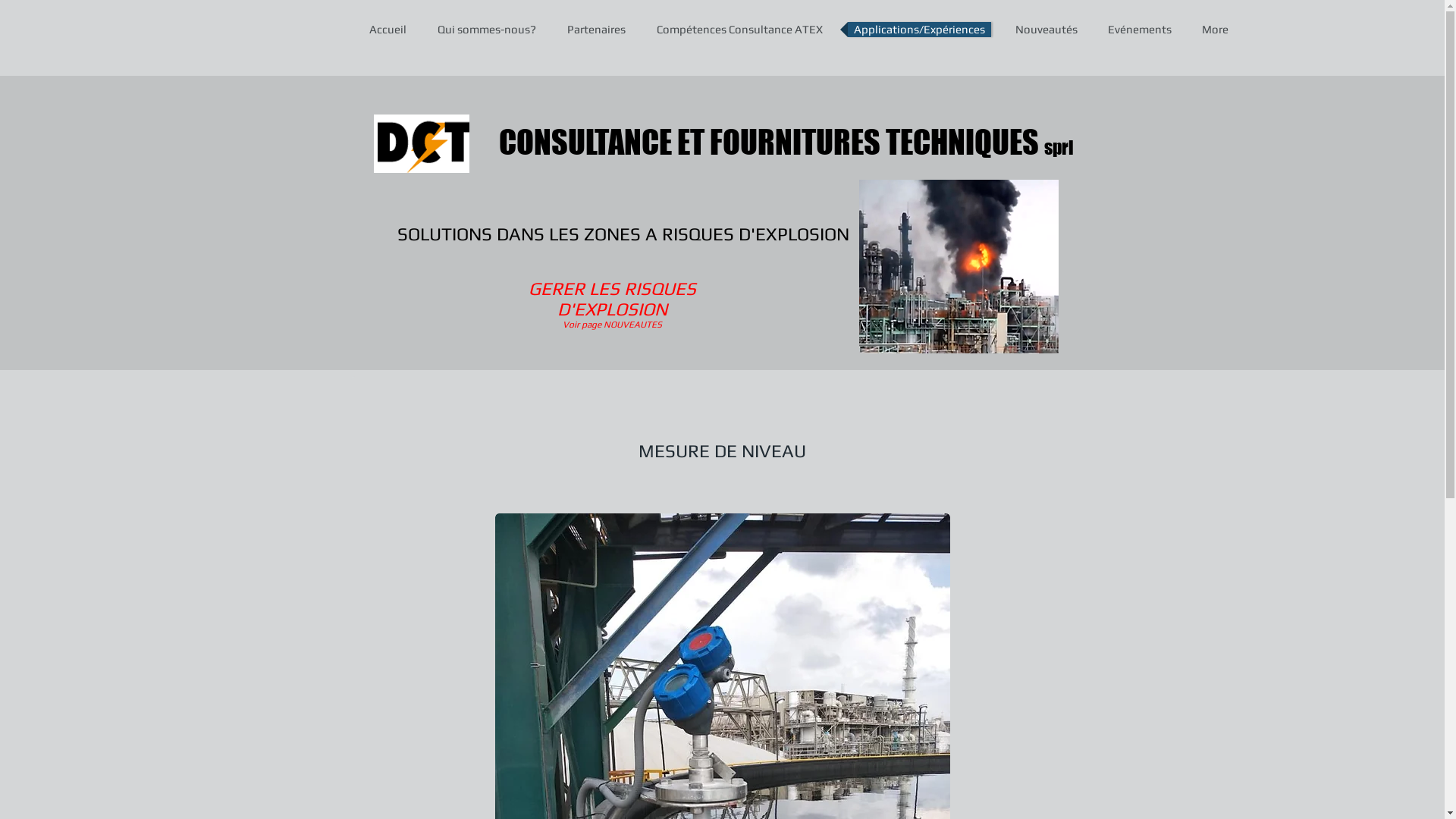  I want to click on 'Qui sommes-nous?', so click(486, 29).